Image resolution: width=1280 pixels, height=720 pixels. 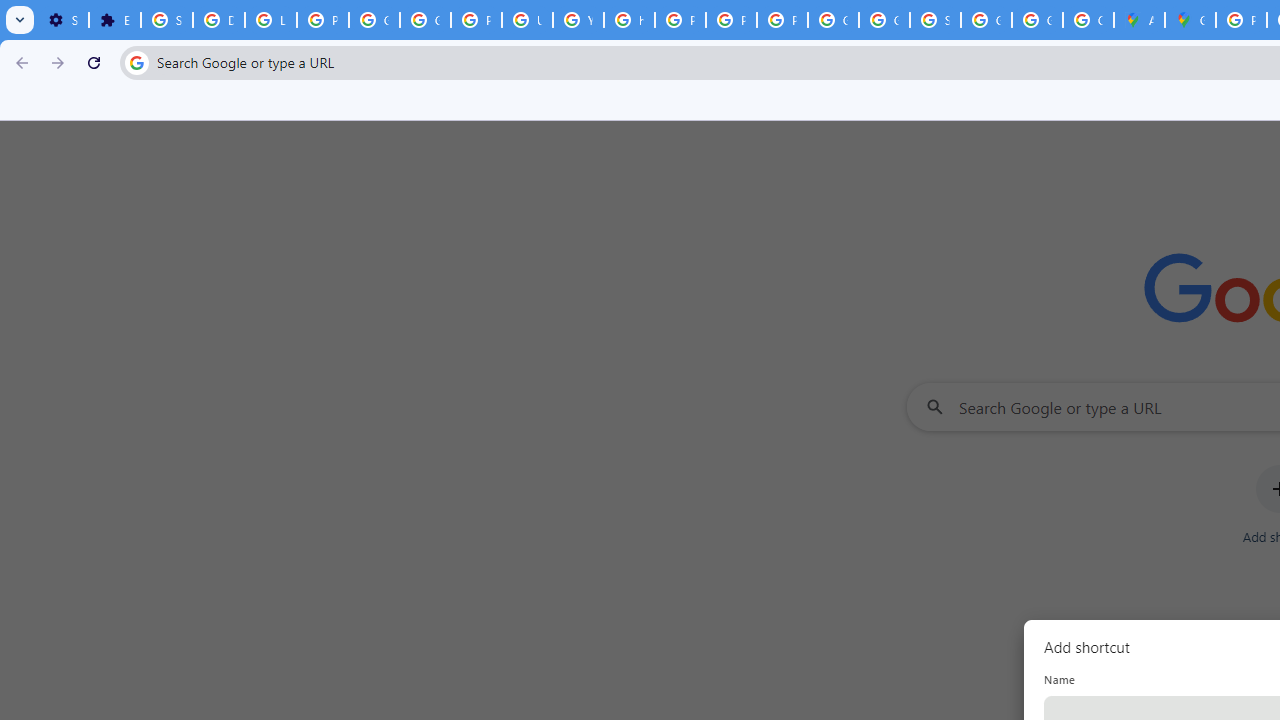 I want to click on 'Google Maps', so click(x=1190, y=20).